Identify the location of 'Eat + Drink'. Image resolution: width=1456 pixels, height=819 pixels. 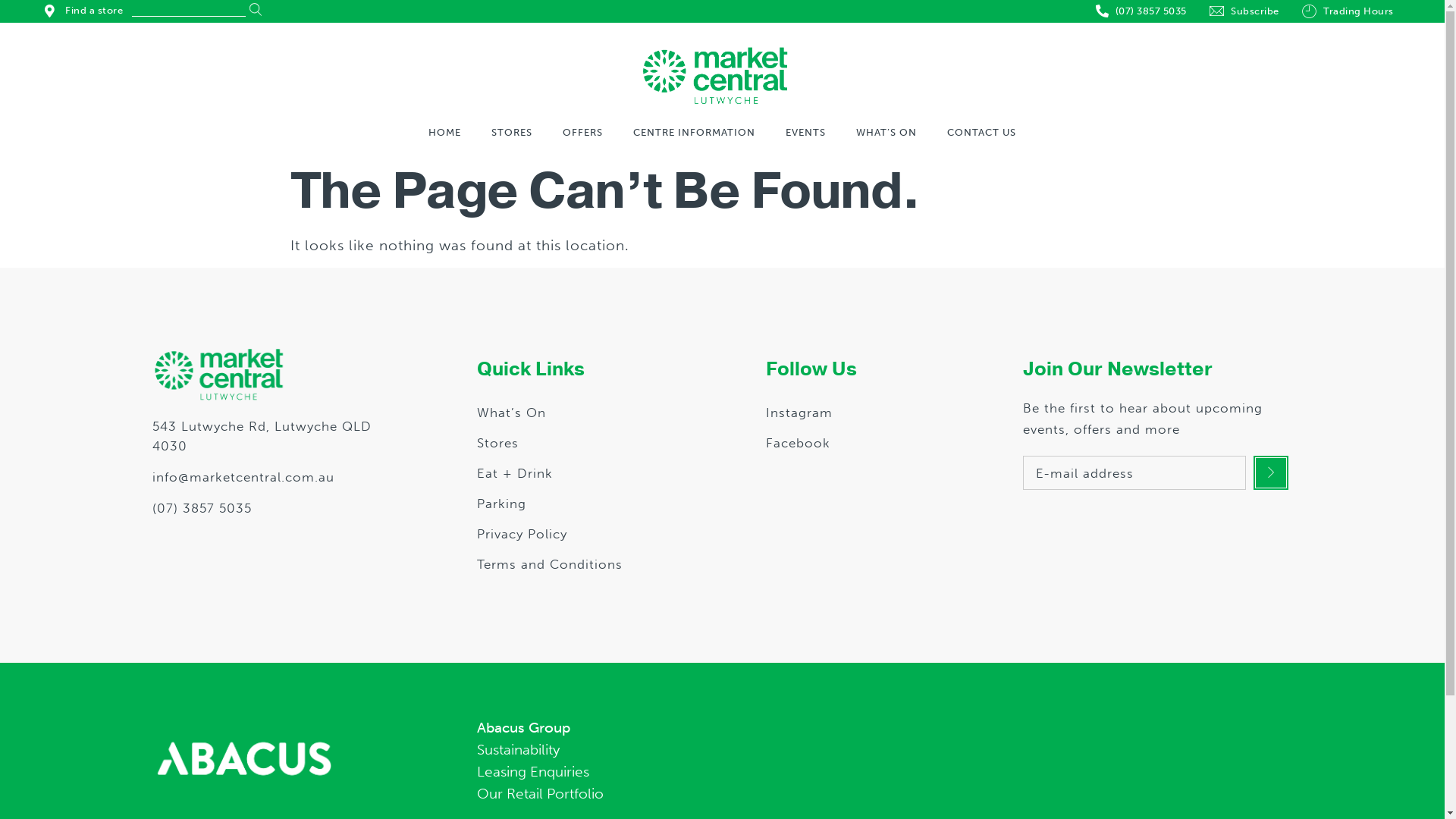
(514, 472).